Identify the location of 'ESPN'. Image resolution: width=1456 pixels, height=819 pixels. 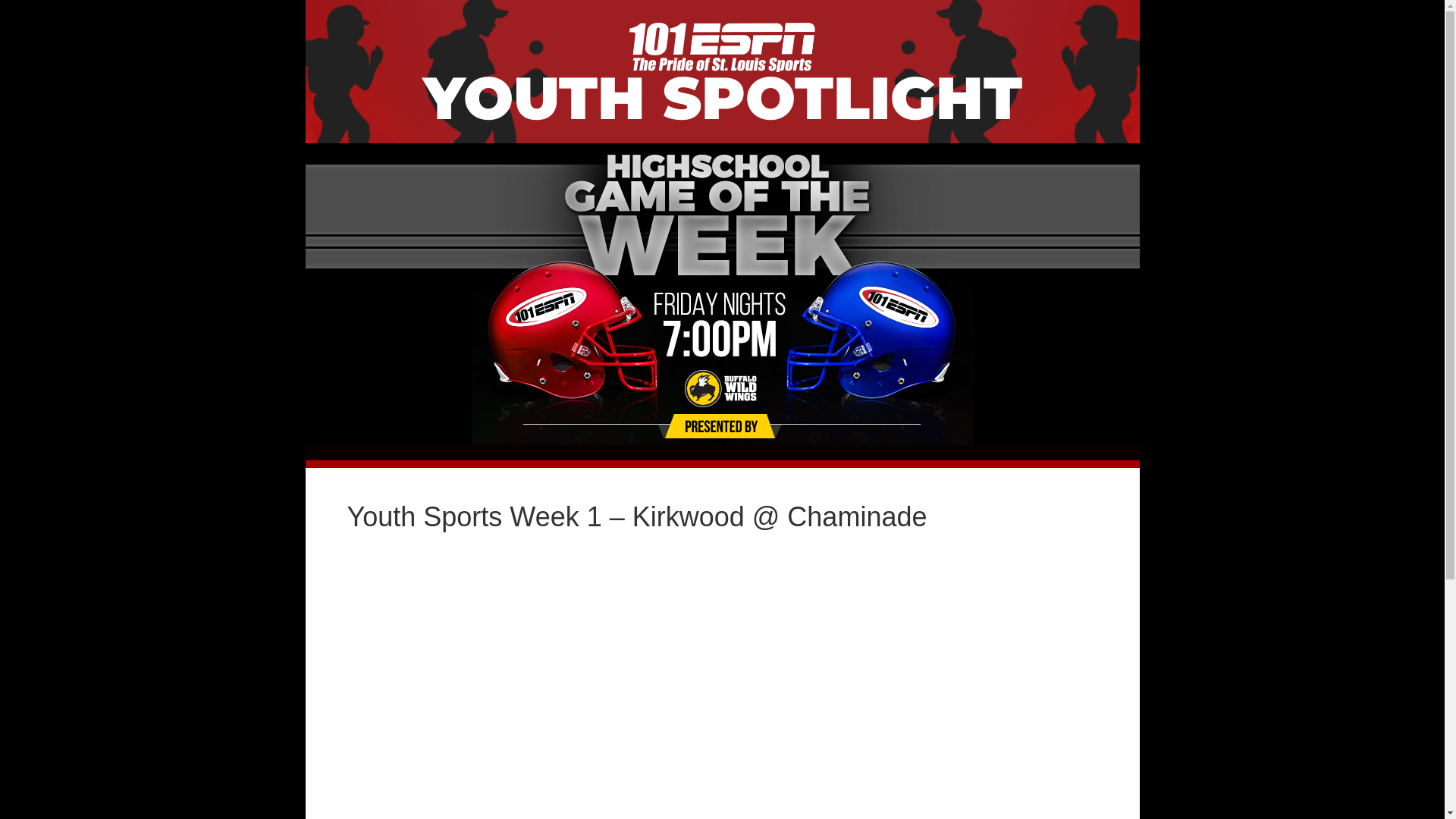
(721, 46).